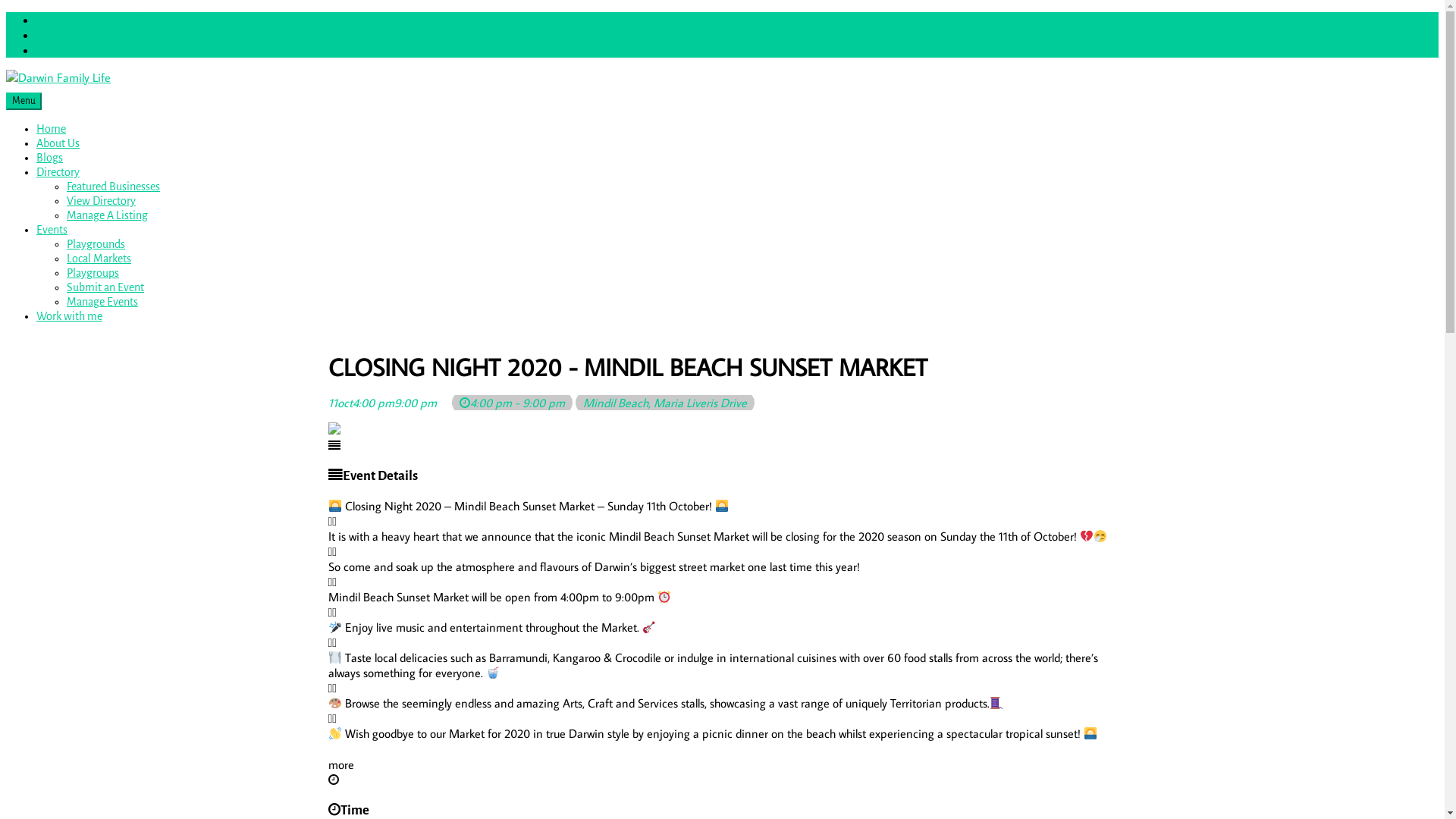 Image resolution: width=1456 pixels, height=819 pixels. What do you see at coordinates (105, 287) in the screenshot?
I see `'Submit an Event'` at bounding box center [105, 287].